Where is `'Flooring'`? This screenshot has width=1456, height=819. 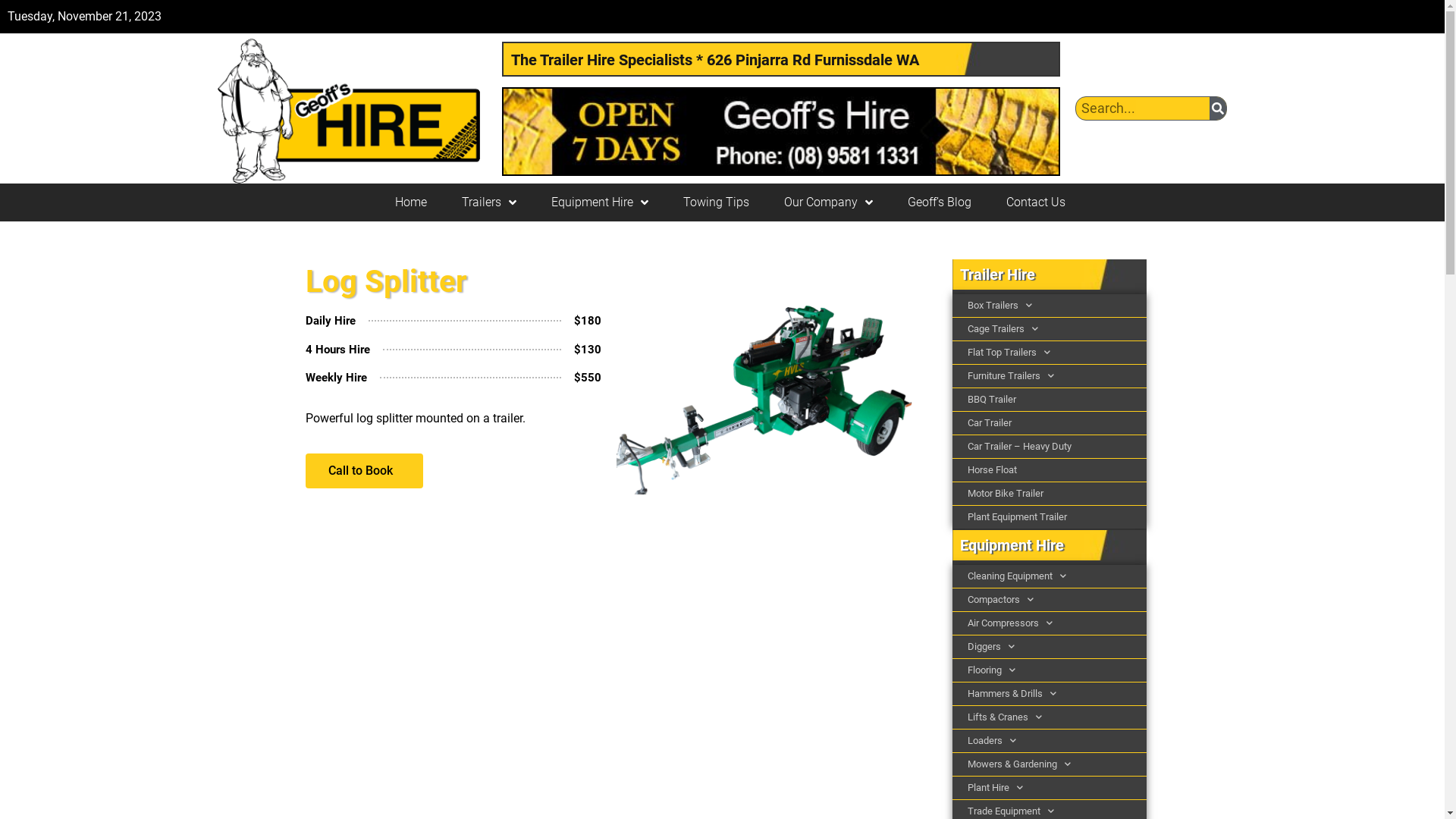
'Flooring' is located at coordinates (1048, 669).